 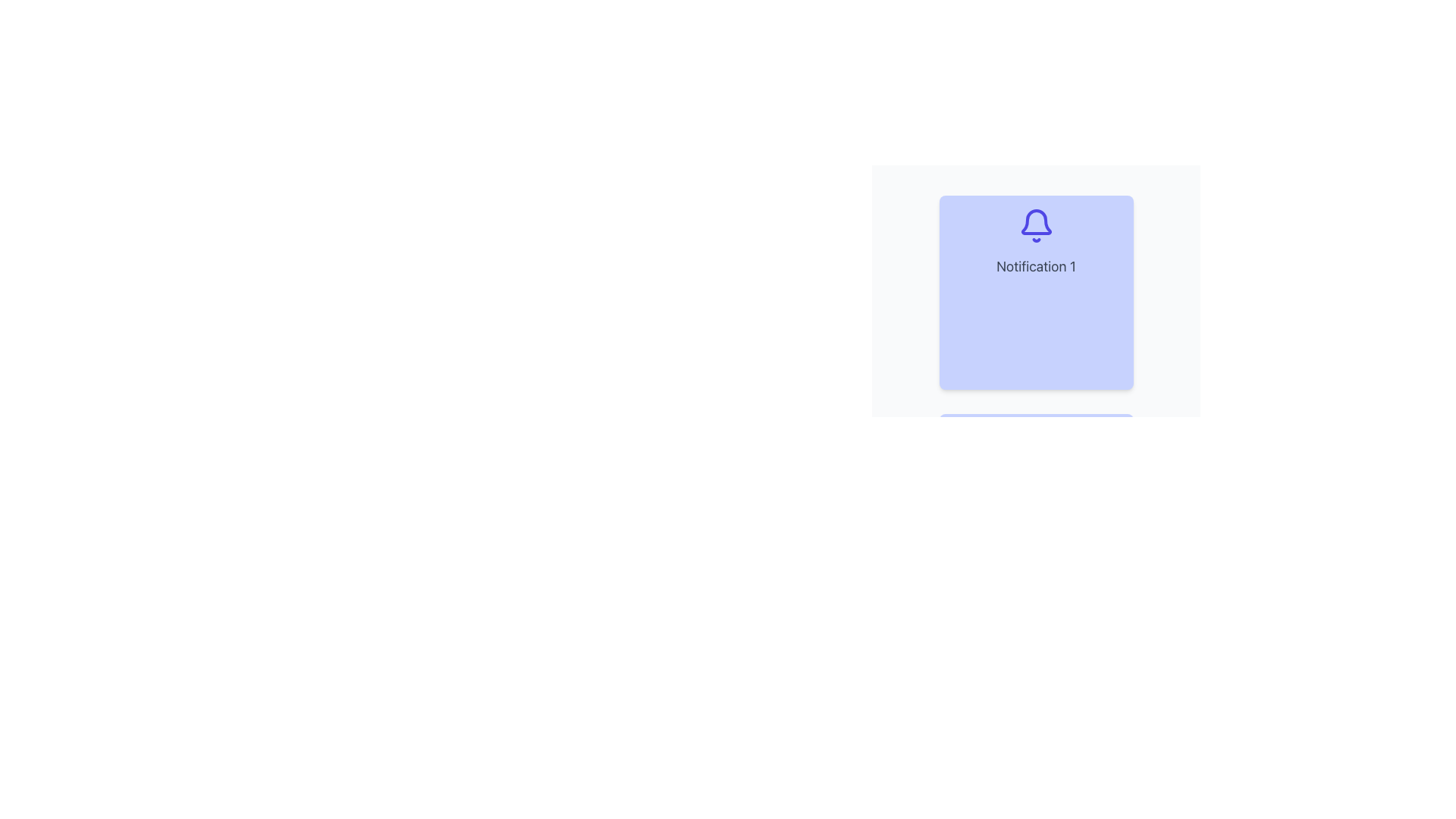 I want to click on the Notification card labeled 'Notification 1', which is the first card in a vertical stack of notification cards, so click(x=1035, y=292).